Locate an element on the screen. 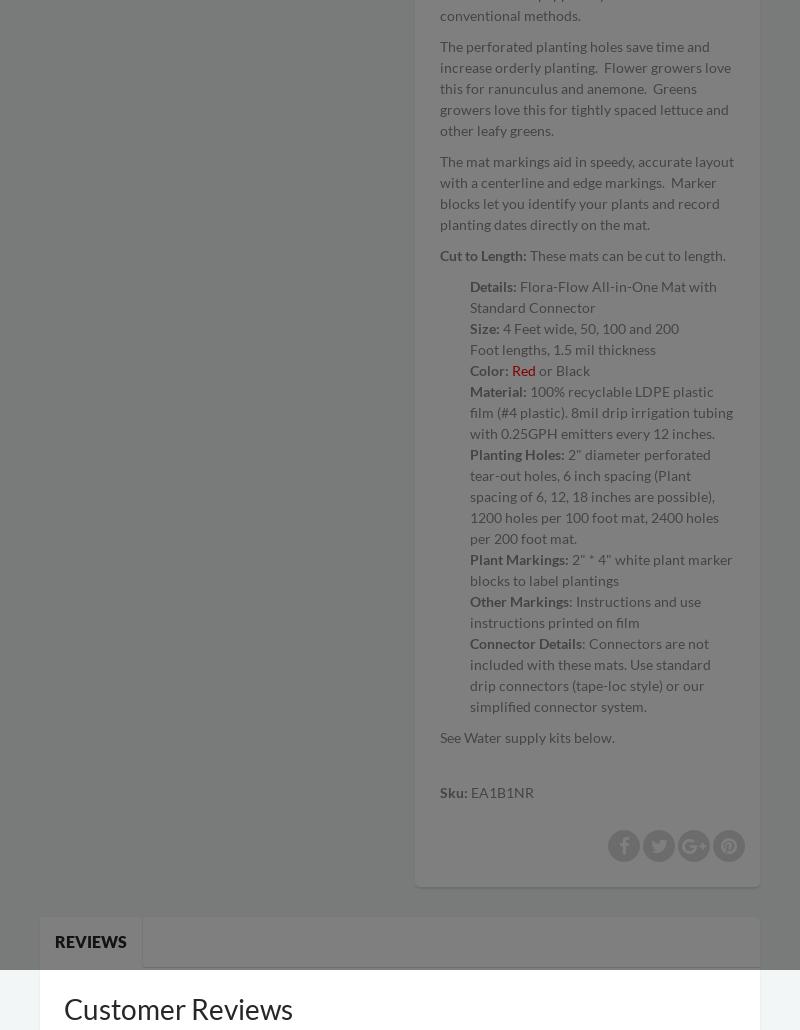  'Flora-Flow All-in-One Mat with Standard Connector' is located at coordinates (592, 295).